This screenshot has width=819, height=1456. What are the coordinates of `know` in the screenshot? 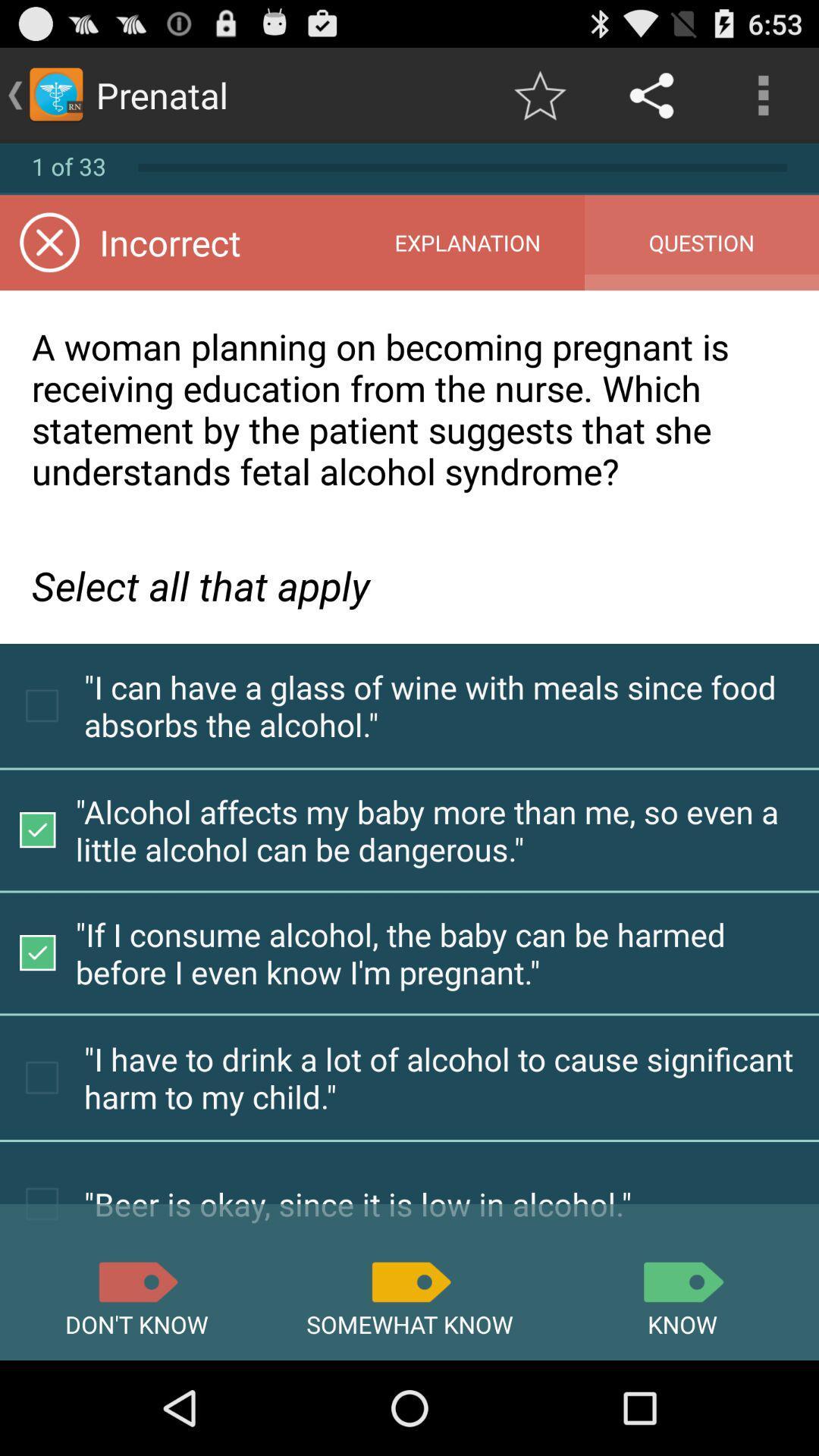 It's located at (681, 1281).